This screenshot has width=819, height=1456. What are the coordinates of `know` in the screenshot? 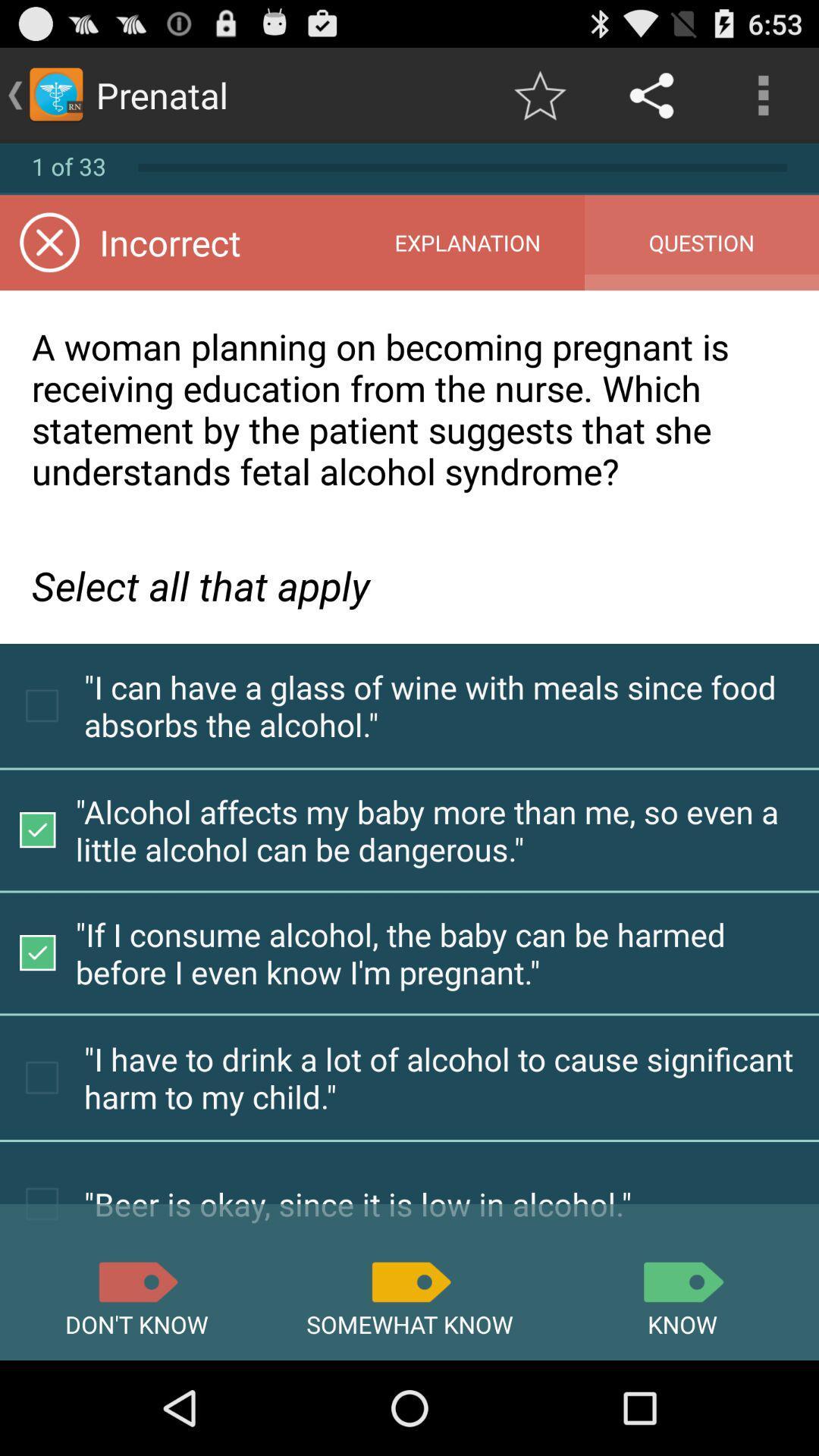 It's located at (681, 1281).